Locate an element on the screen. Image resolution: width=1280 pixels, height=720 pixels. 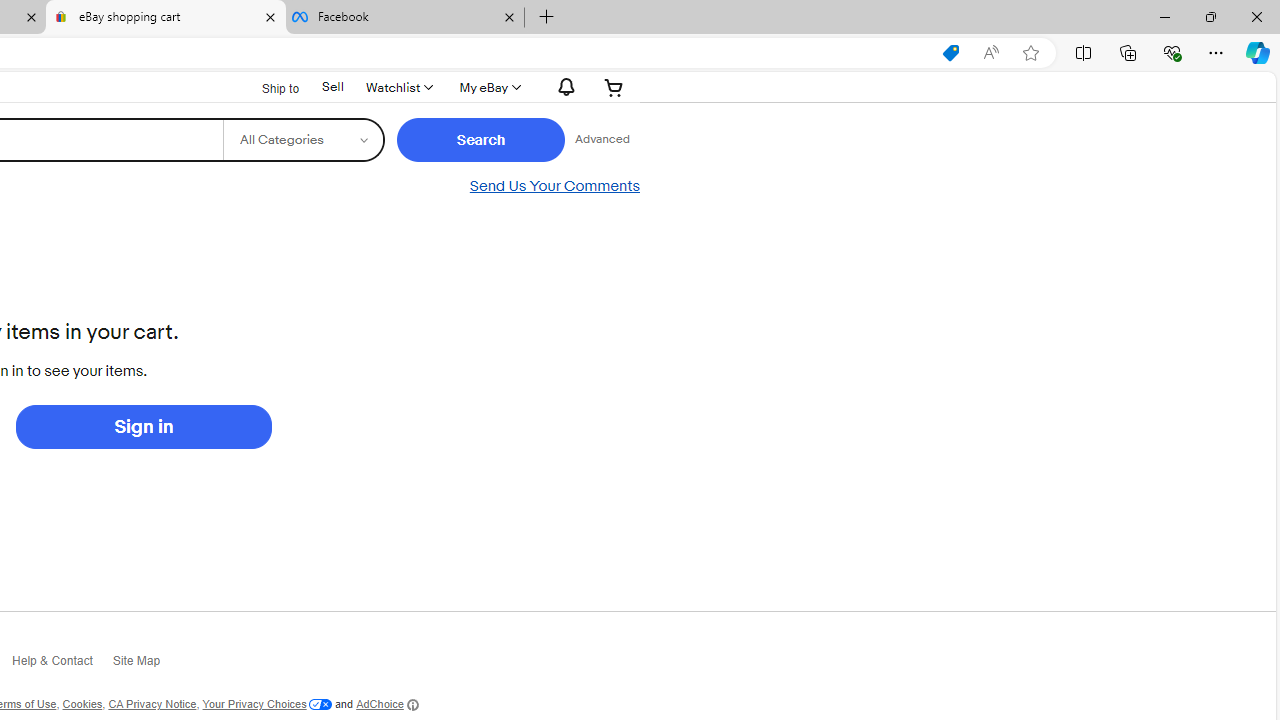
'AdChoice' is located at coordinates (387, 703).